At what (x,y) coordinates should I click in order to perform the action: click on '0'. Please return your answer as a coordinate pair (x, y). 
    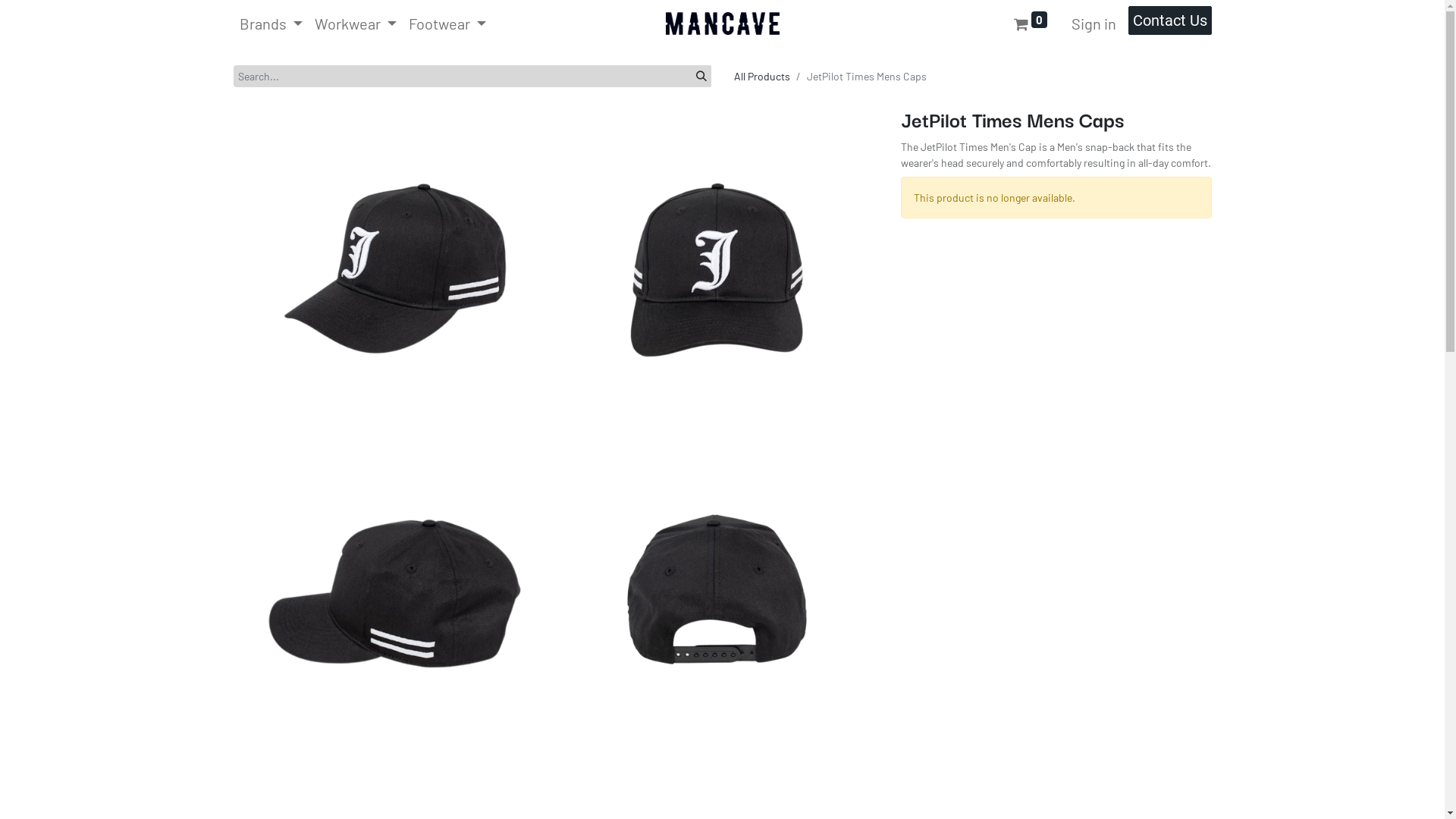
    Looking at the image, I should click on (1030, 23).